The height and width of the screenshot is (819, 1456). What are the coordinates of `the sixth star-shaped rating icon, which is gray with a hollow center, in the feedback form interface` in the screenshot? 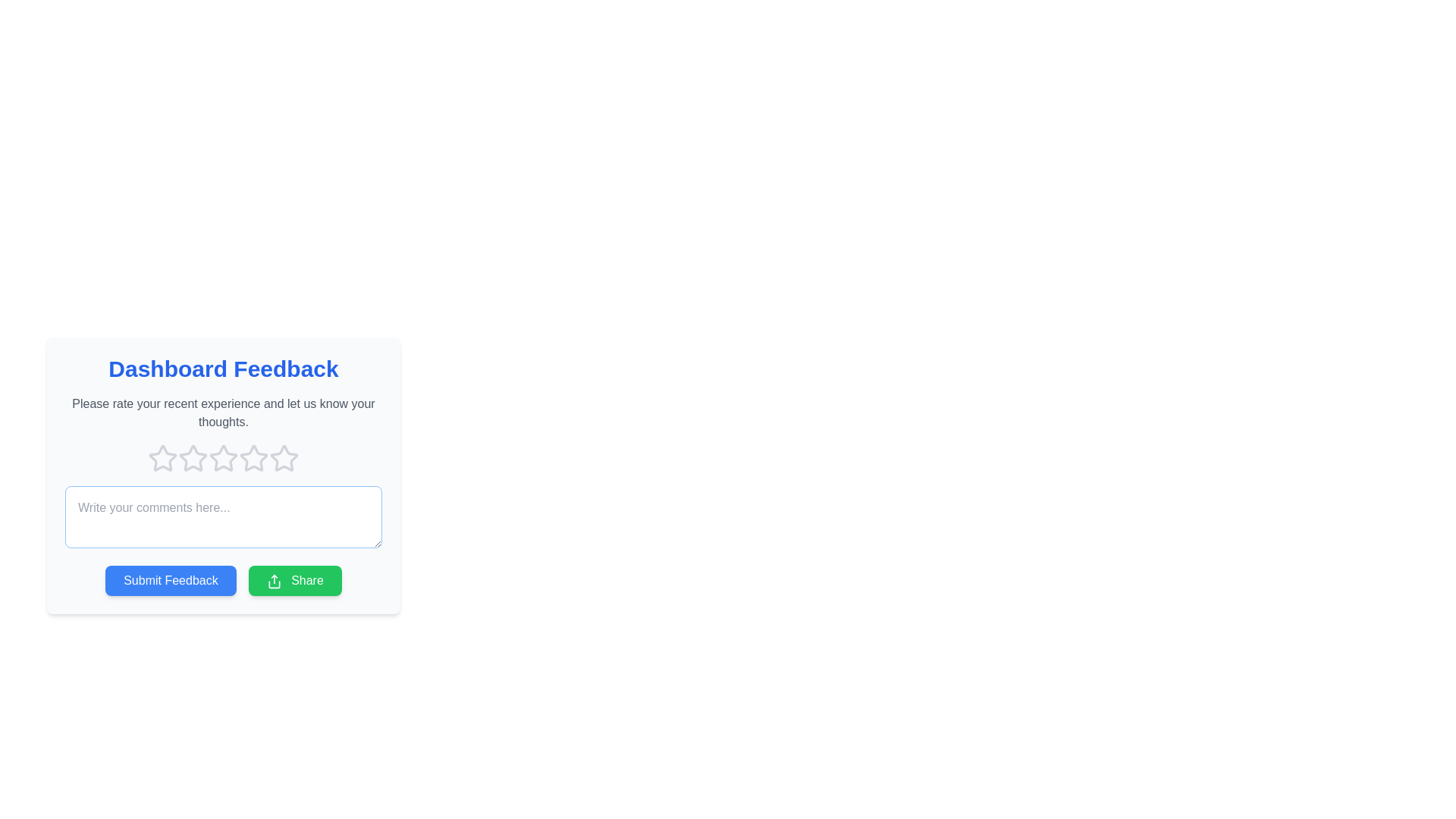 It's located at (254, 458).